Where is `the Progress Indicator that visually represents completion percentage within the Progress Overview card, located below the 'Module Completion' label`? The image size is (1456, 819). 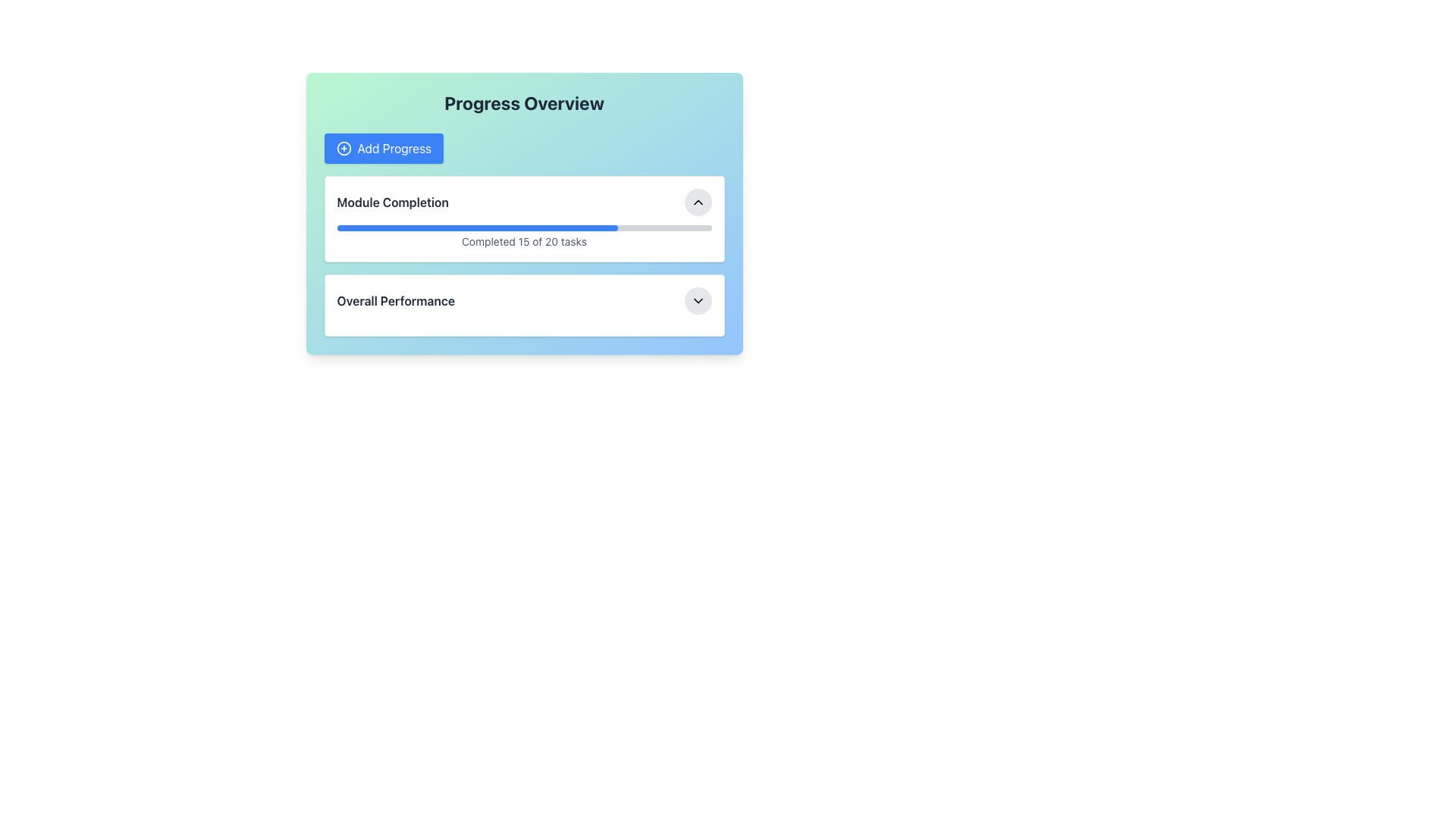
the Progress Indicator that visually represents completion percentage within the Progress Overview card, located below the 'Module Completion' label is located at coordinates (476, 227).